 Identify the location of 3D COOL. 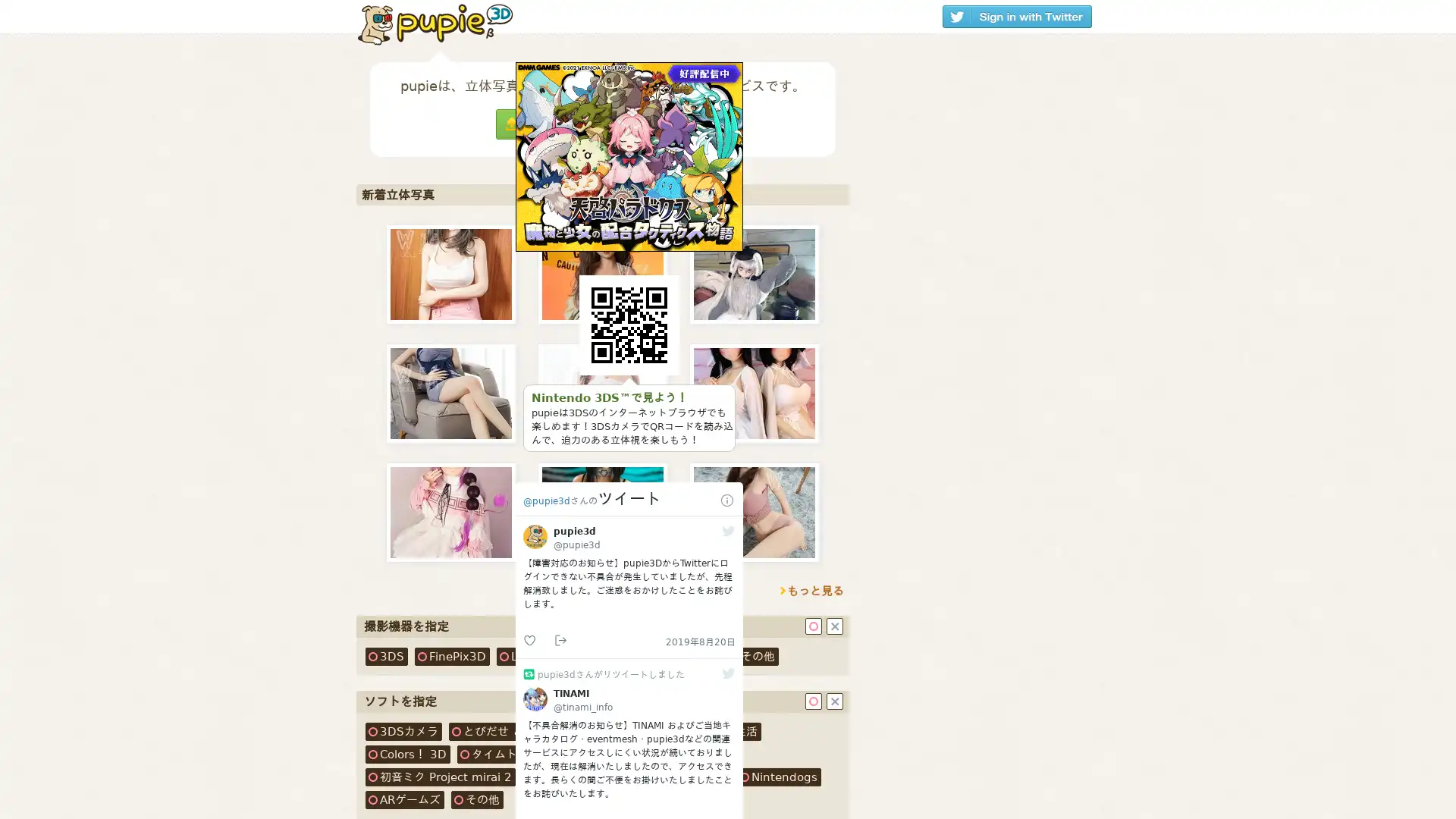
(619, 656).